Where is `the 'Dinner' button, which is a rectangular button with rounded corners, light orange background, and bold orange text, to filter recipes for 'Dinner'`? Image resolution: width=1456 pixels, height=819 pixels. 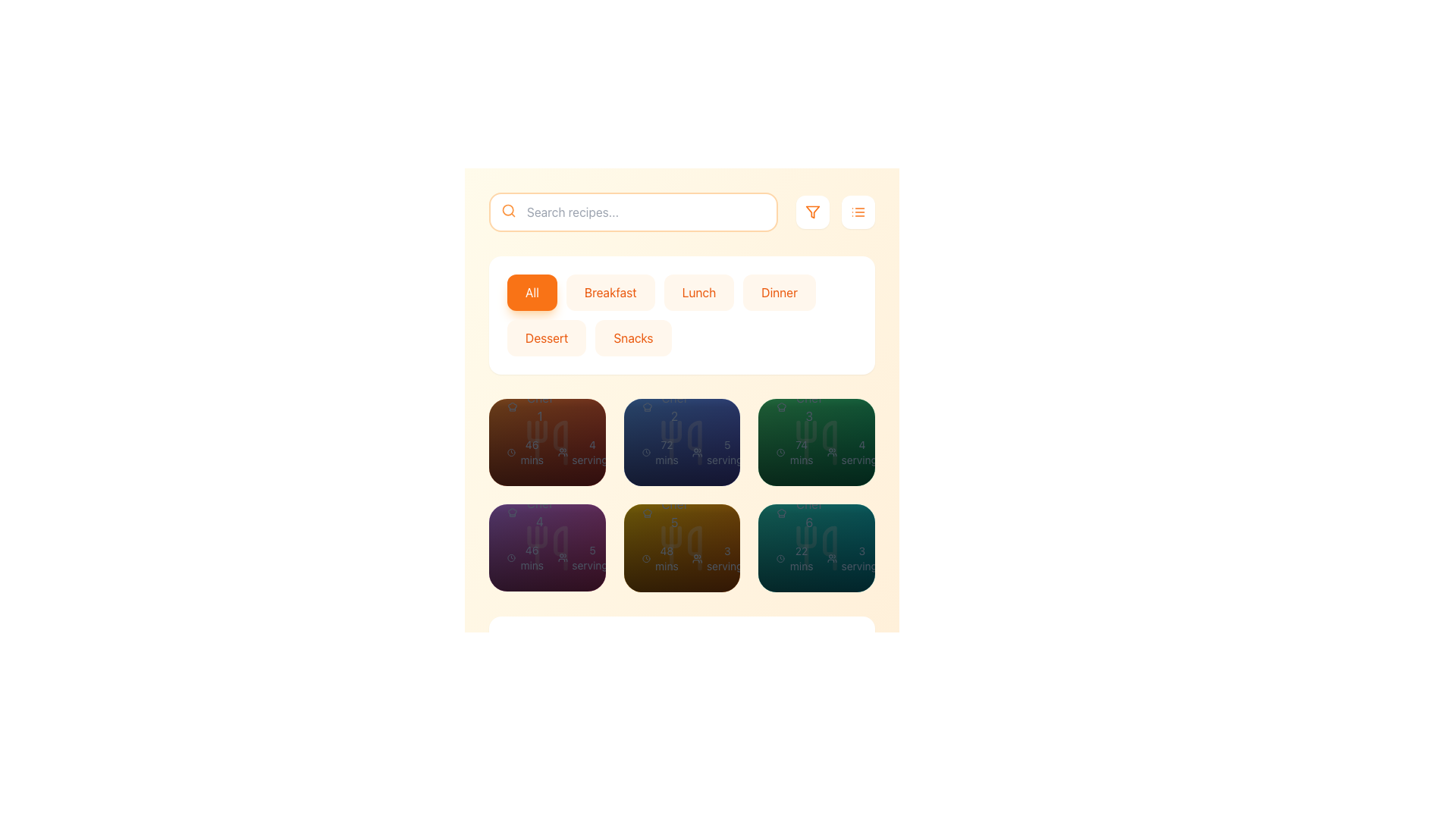
the 'Dinner' button, which is a rectangular button with rounded corners, light orange background, and bold orange text, to filter recipes for 'Dinner' is located at coordinates (779, 292).